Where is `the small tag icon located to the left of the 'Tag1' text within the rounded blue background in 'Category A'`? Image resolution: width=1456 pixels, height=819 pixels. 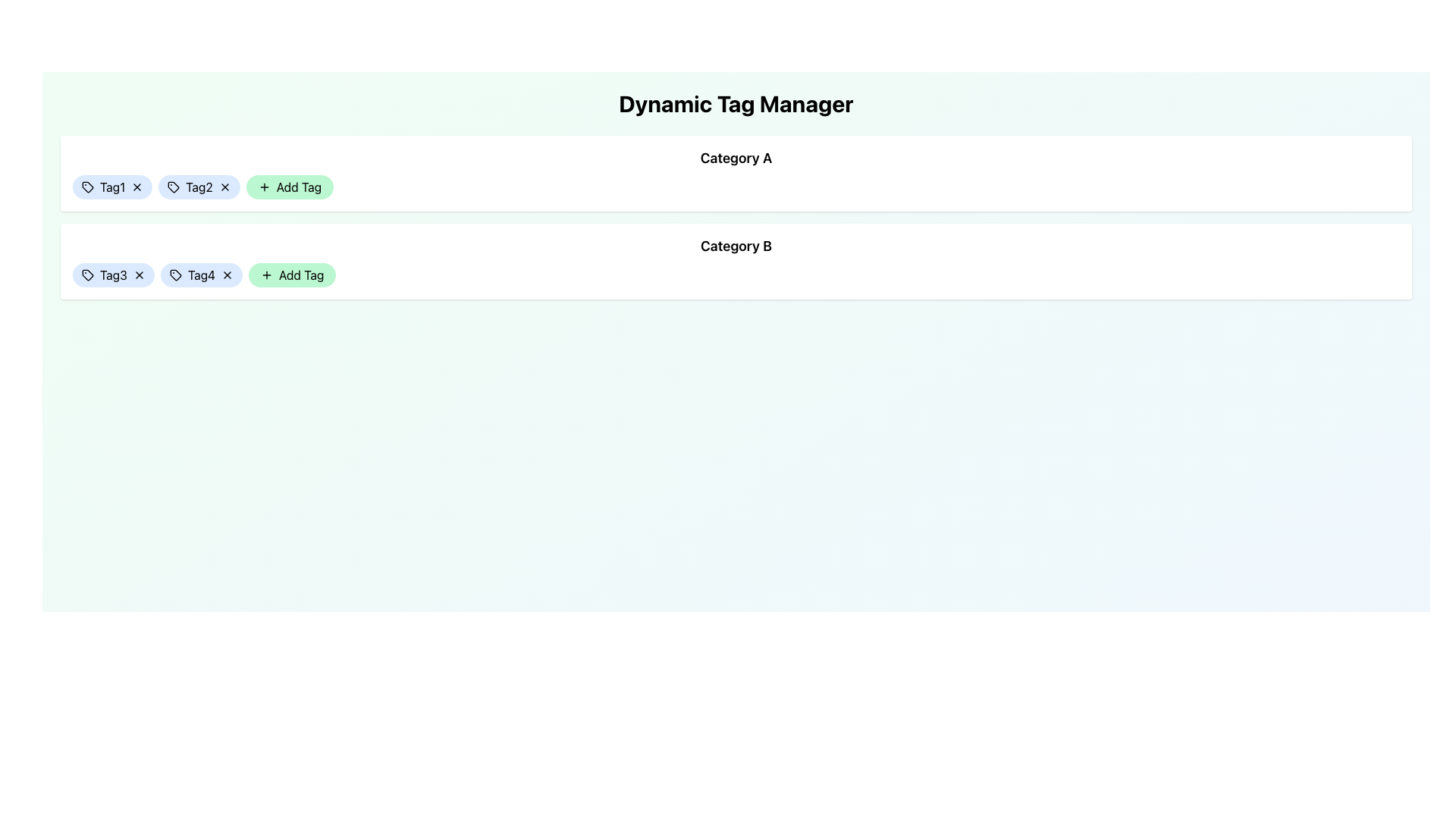 the small tag icon located to the left of the 'Tag1' text within the rounded blue background in 'Category A' is located at coordinates (86, 186).